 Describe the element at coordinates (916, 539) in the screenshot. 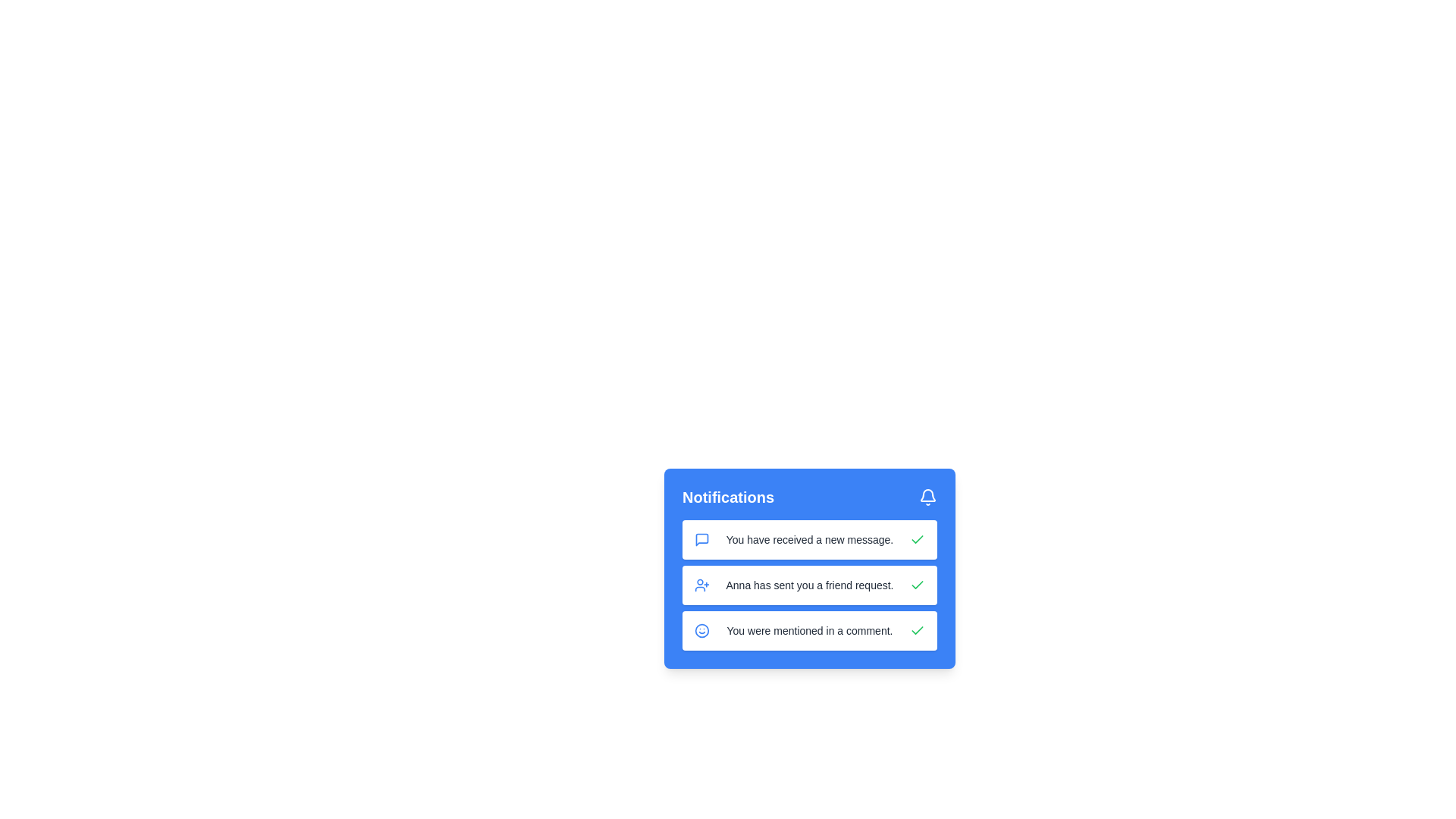

I see `the checkmark button for the notification labeled 'You have received a new message.'` at that location.